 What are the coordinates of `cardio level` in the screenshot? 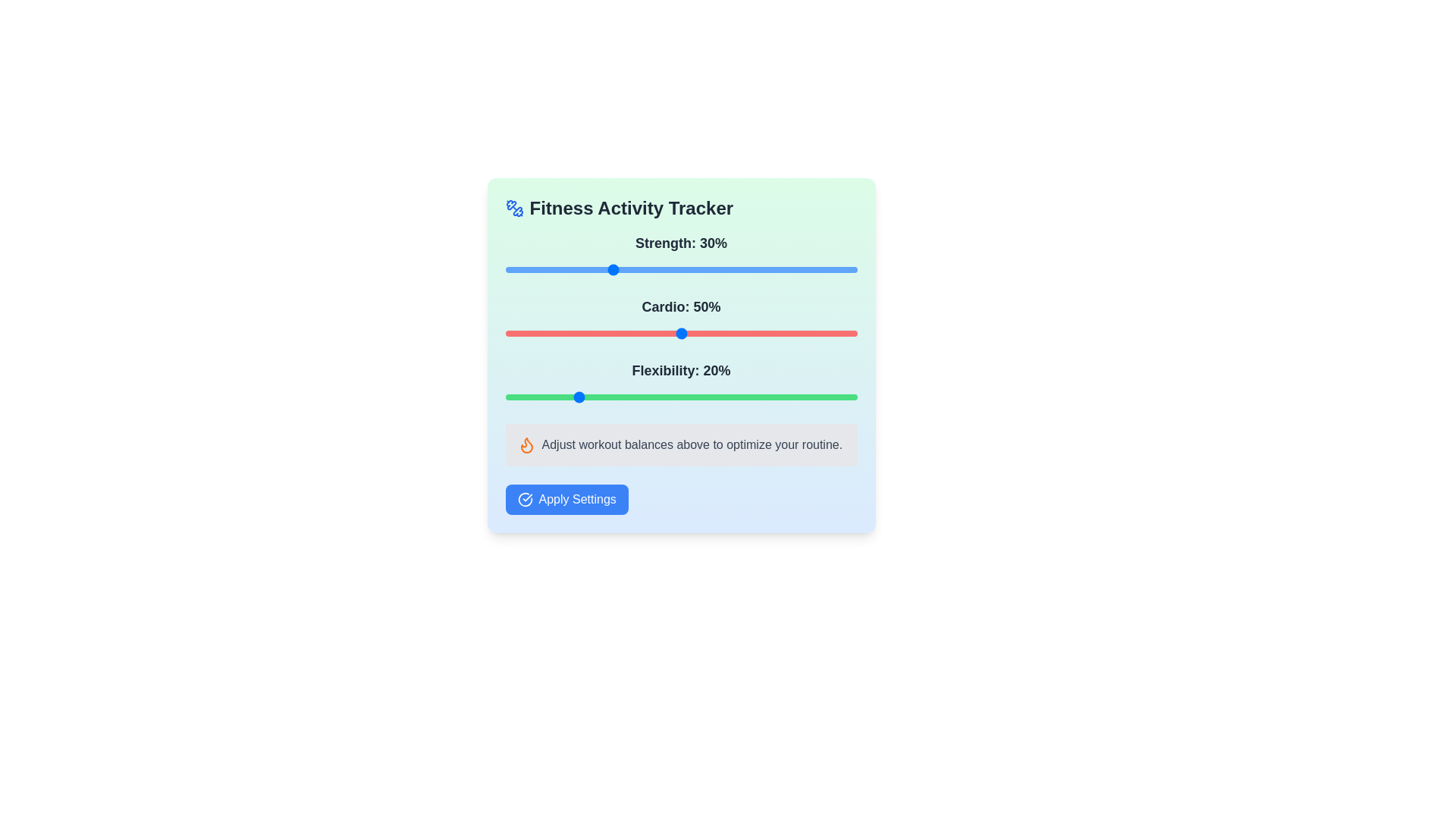 It's located at (670, 332).